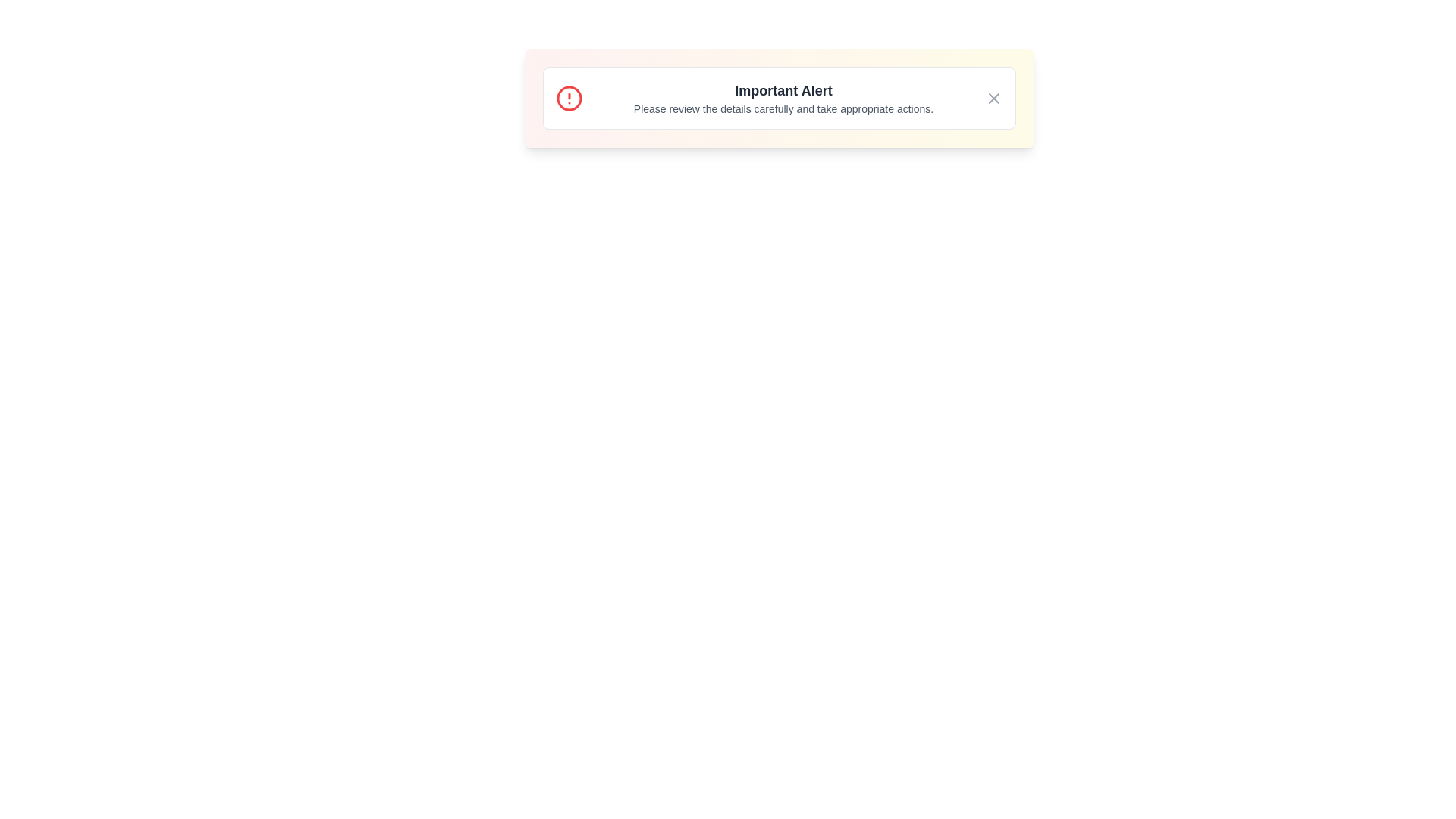 The height and width of the screenshot is (819, 1456). I want to click on the Text Label at the top of the notification box, which serves as a title or header with bold text styling, so click(783, 90).